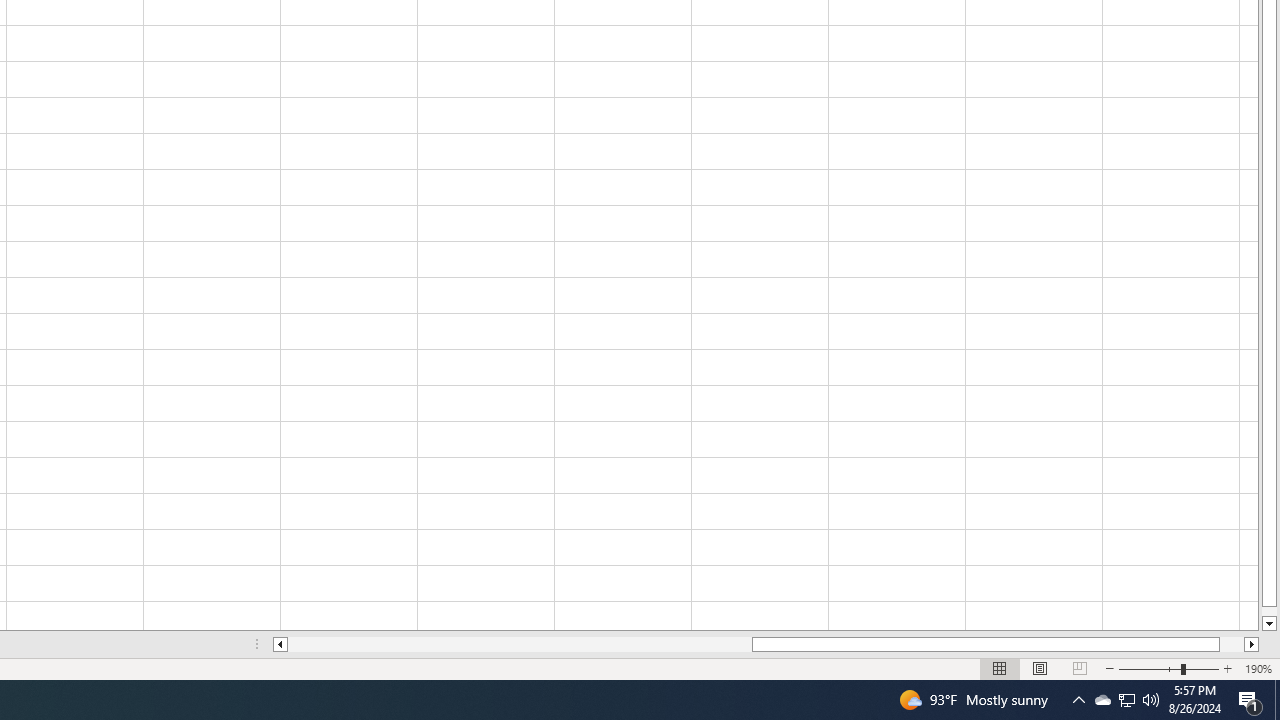 The height and width of the screenshot is (720, 1280). Describe the element at coordinates (1268, 623) in the screenshot. I see `'Line down'` at that location.